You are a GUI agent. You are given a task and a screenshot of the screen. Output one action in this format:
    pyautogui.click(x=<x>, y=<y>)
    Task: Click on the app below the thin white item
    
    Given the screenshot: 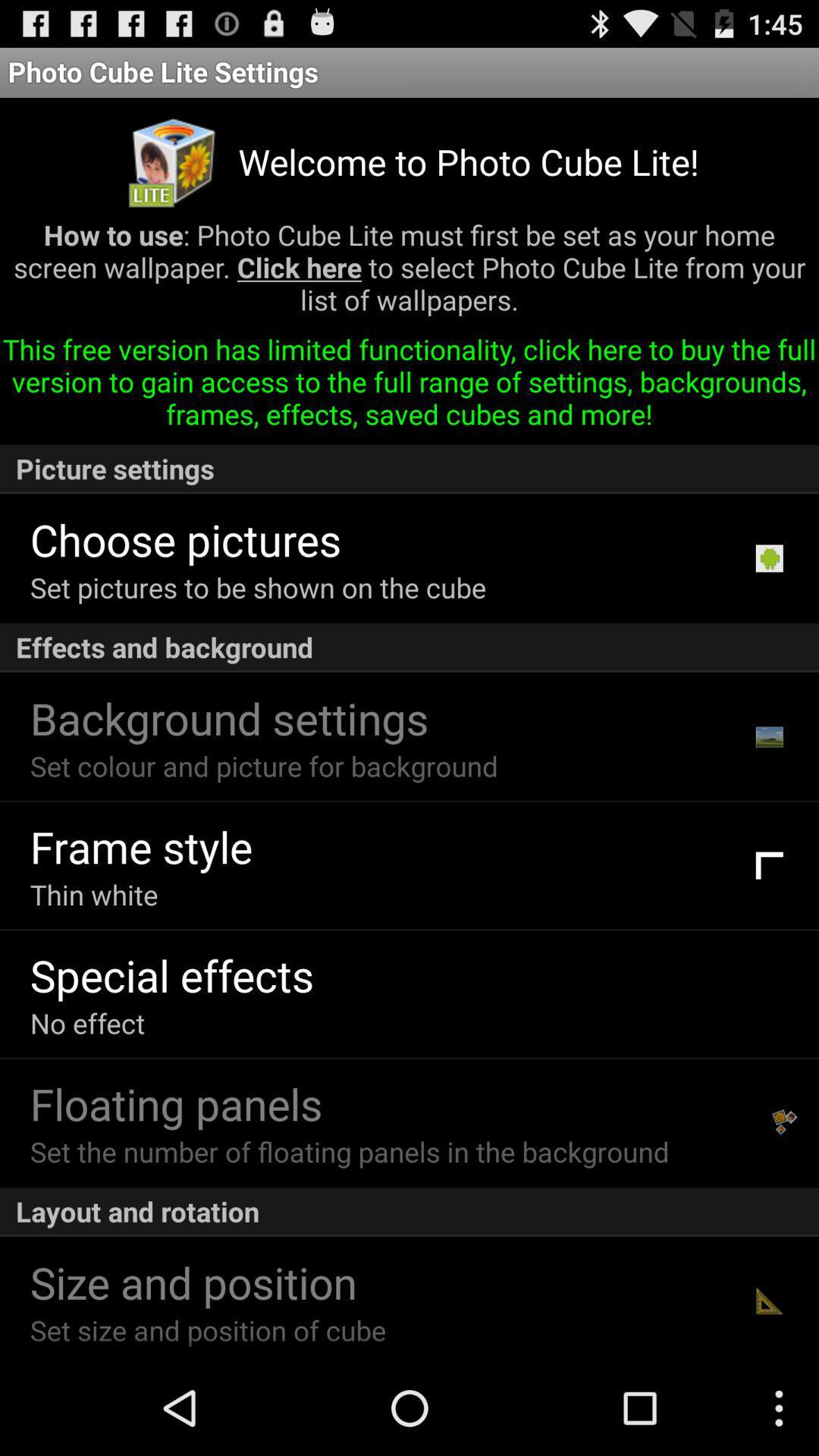 What is the action you would take?
    pyautogui.click(x=171, y=974)
    